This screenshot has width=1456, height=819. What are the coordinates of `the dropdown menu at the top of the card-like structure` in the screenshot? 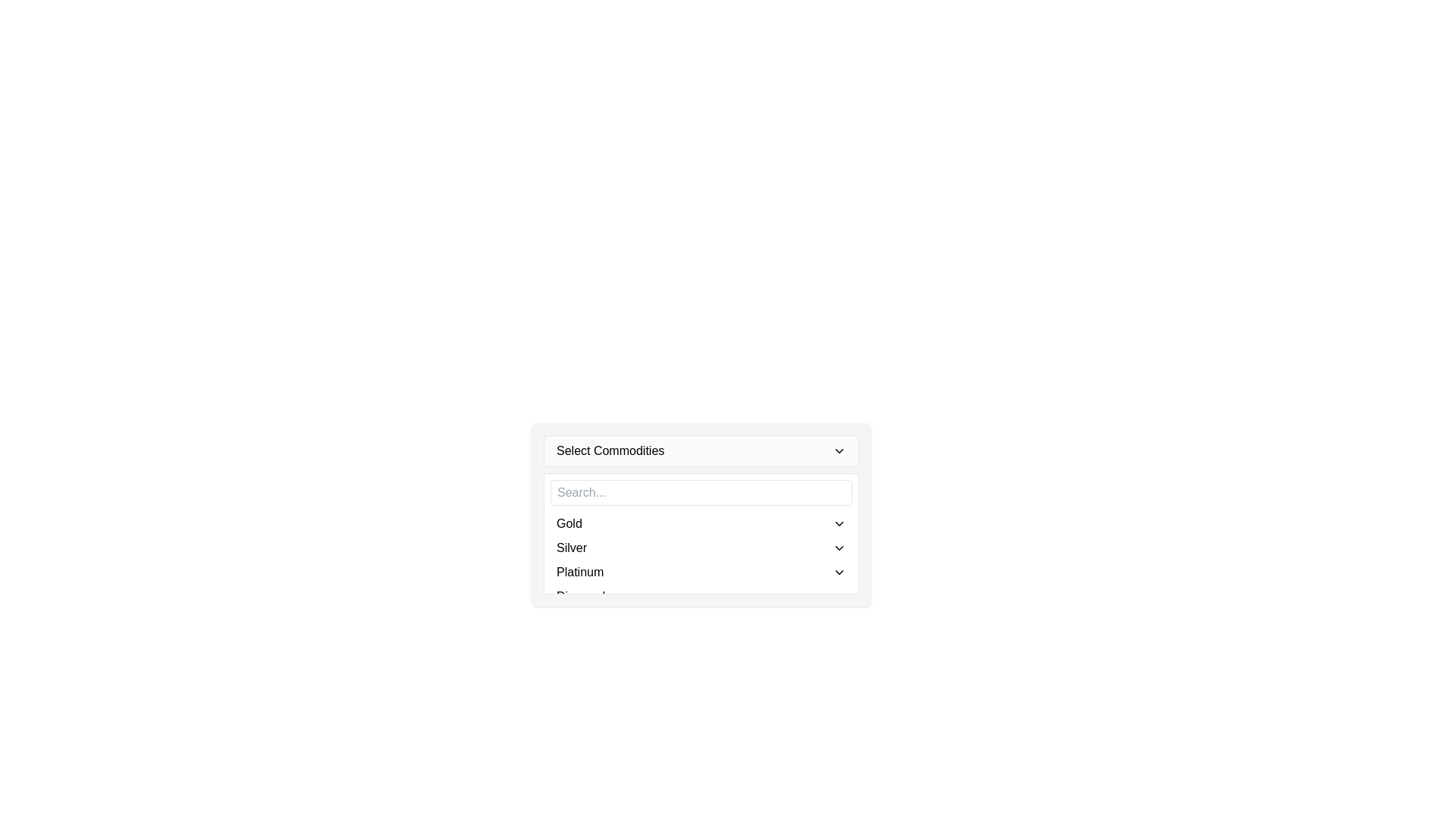 It's located at (701, 450).